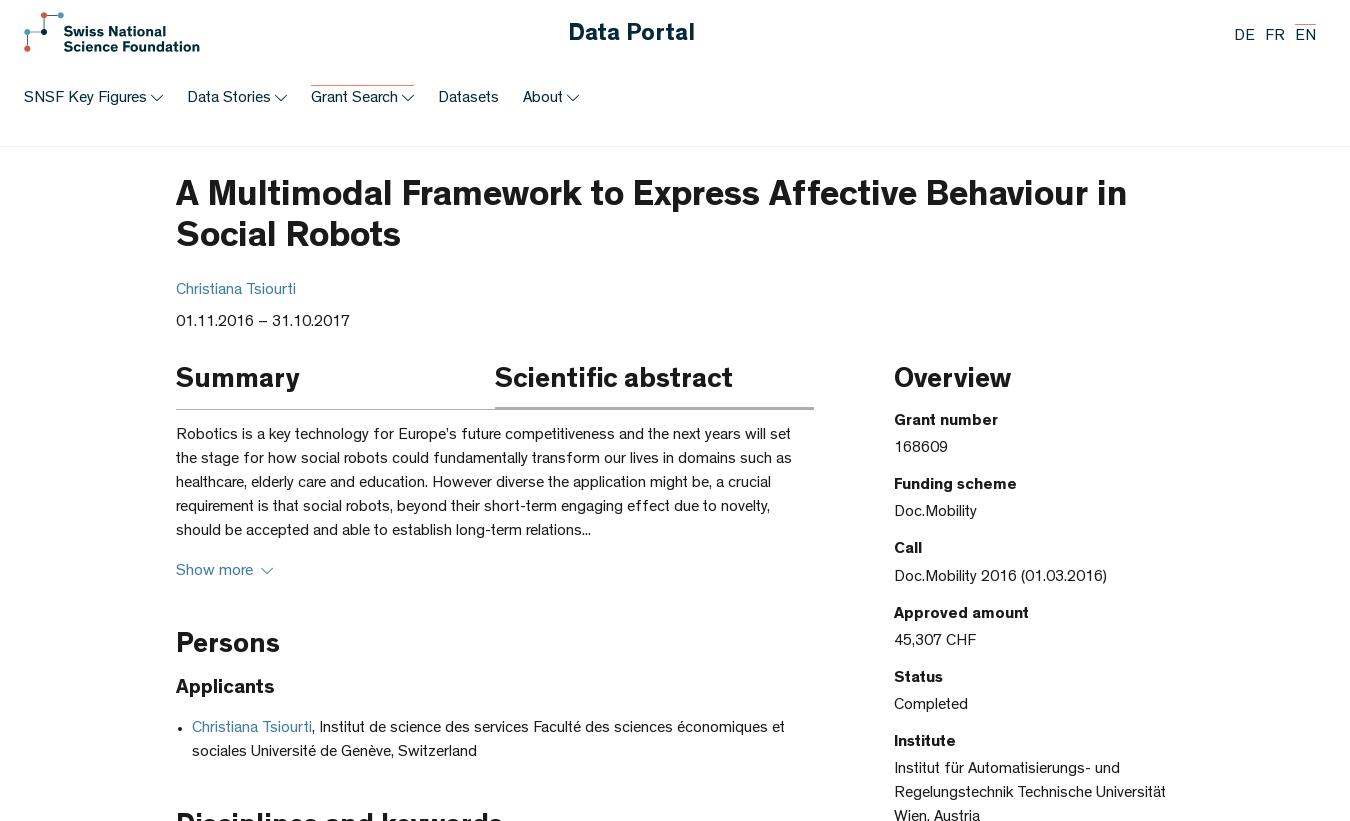 The height and width of the screenshot is (821, 1350). What do you see at coordinates (929, 705) in the screenshot?
I see `'Completed'` at bounding box center [929, 705].